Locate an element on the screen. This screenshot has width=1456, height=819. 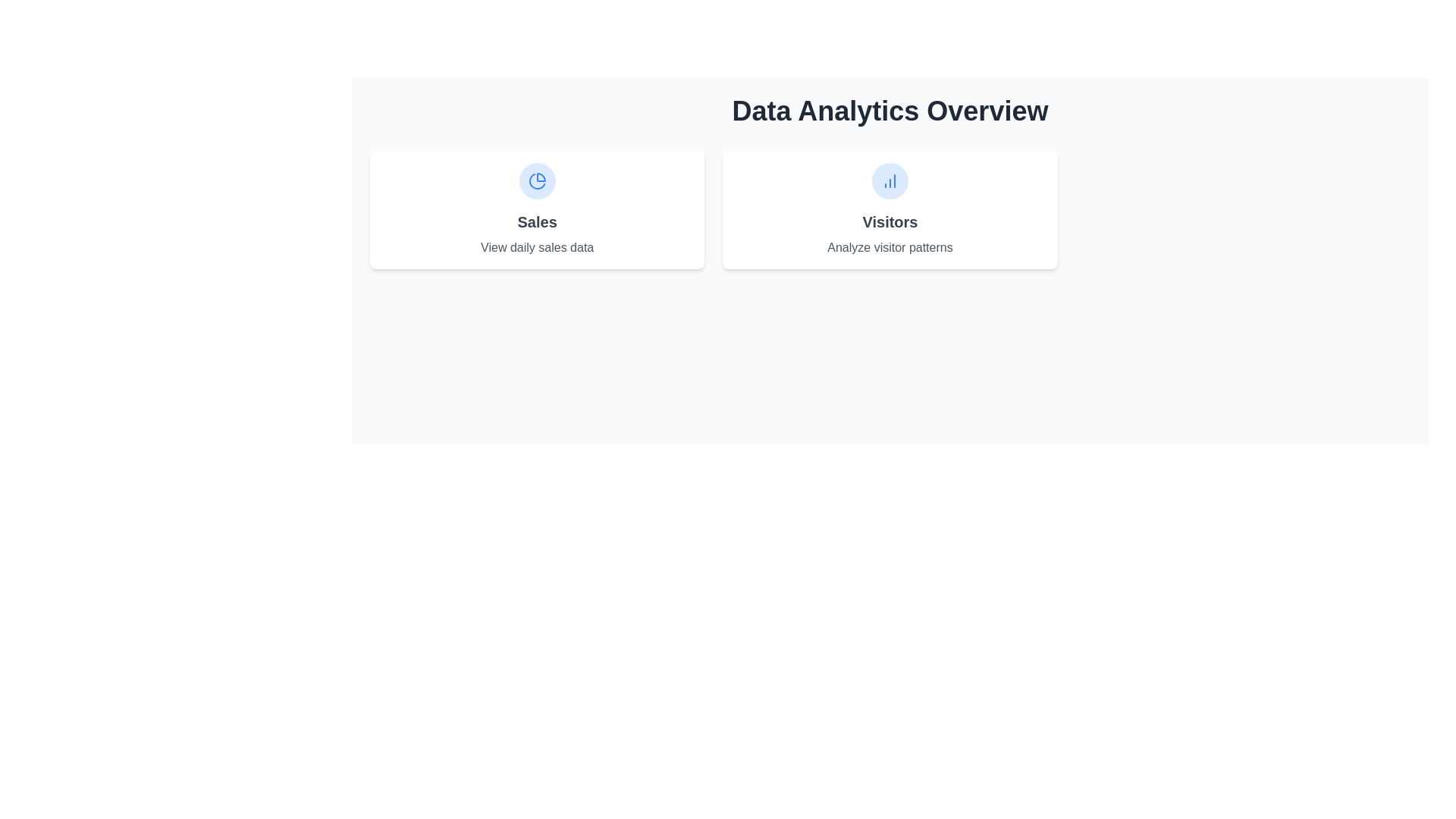
the inner segment of the pie chart icon located within the 'Sales' card on the left side of the page is located at coordinates (541, 177).